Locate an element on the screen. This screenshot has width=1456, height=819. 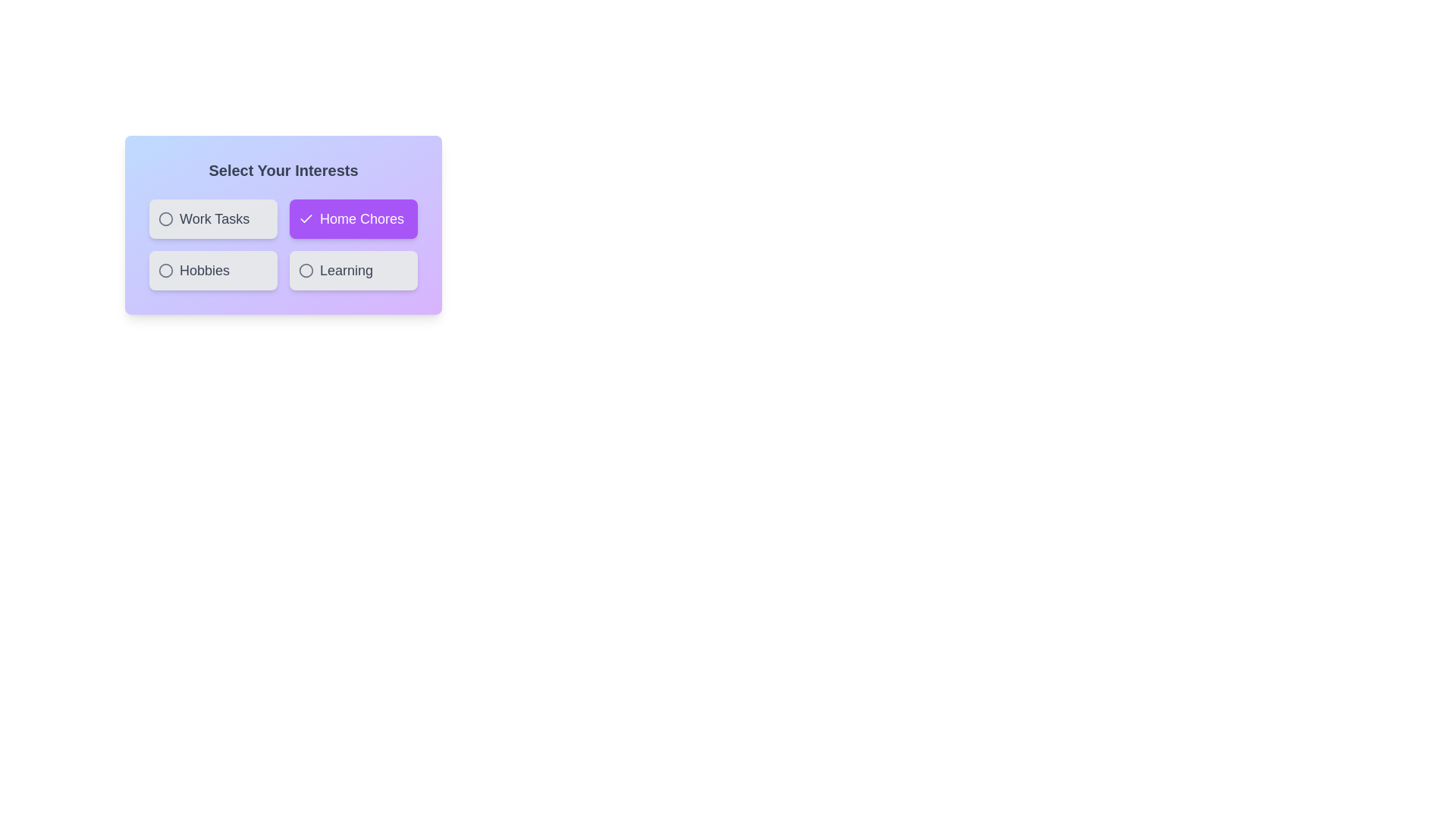
the chip labeled Learning to select or deselect it is located at coordinates (353, 270).